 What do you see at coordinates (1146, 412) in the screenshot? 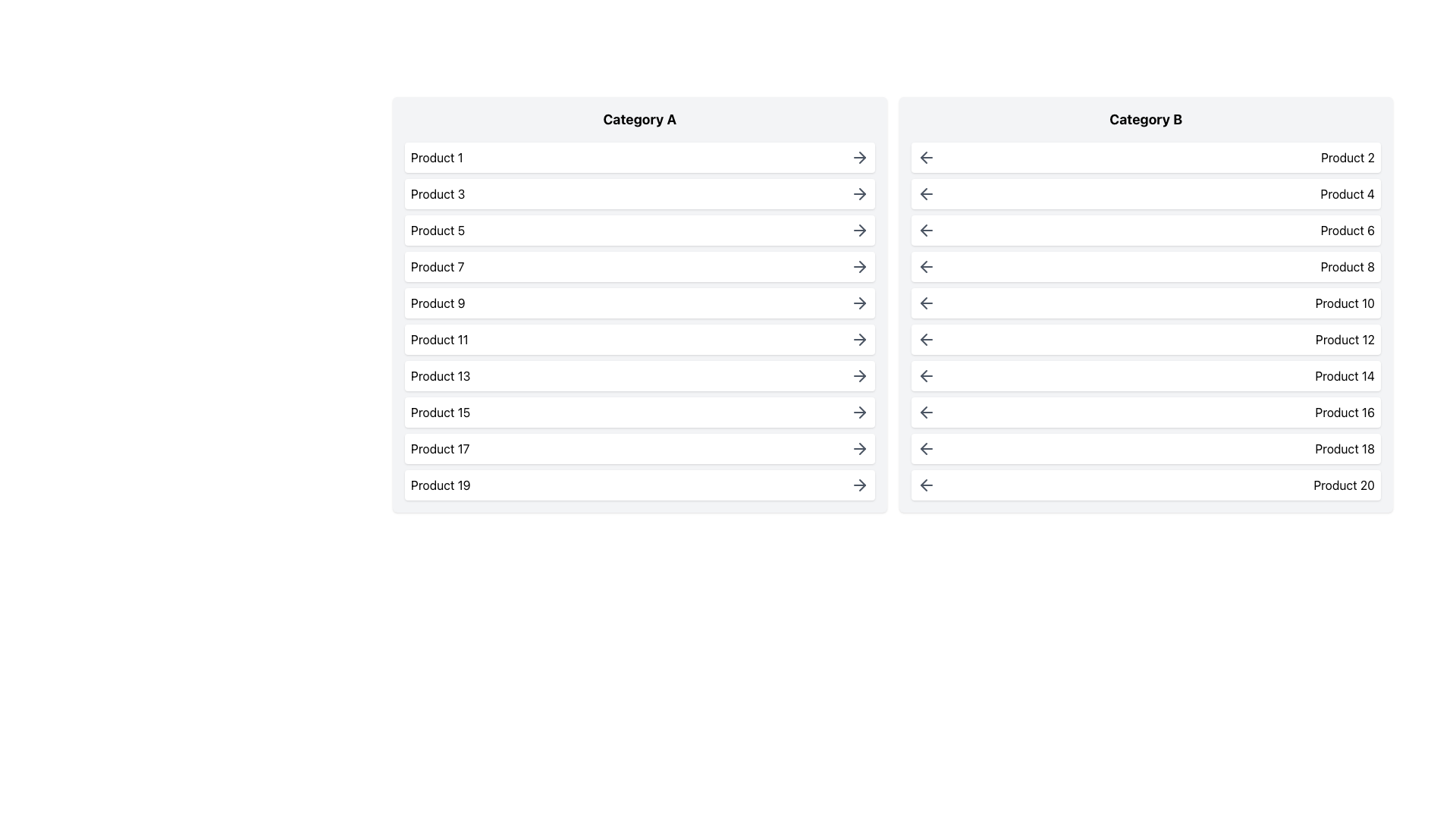
I see `the list item for 'Product 16' located in the eighth row under 'Category B'` at bounding box center [1146, 412].